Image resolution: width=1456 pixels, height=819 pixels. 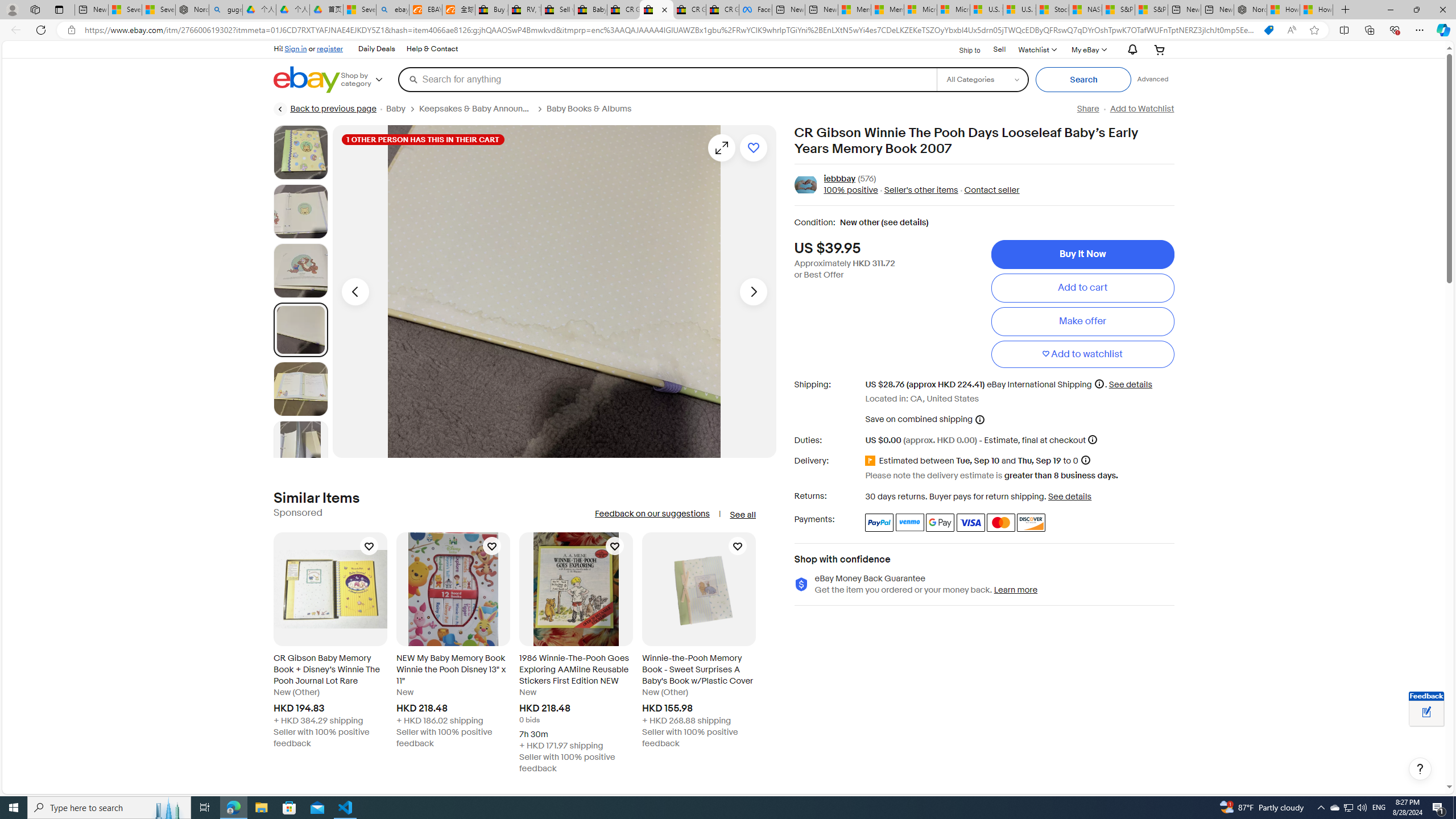 I want to click on 'More information on Combined Shipping. Opens a layer.', so click(x=979, y=419).